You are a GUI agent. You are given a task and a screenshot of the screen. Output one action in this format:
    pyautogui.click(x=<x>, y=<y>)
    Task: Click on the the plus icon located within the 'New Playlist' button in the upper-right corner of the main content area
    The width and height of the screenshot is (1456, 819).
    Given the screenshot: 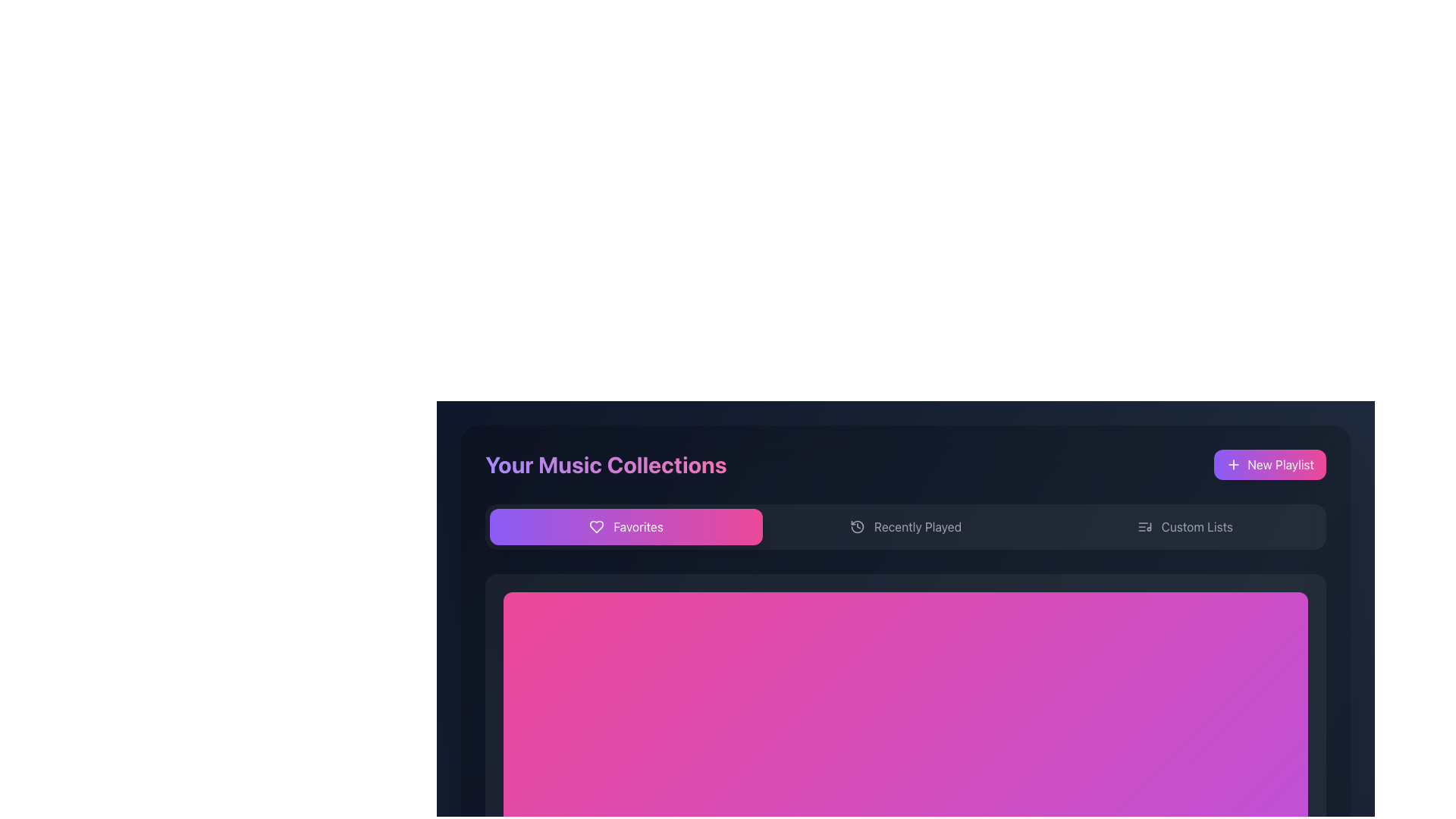 What is the action you would take?
    pyautogui.click(x=1234, y=464)
    